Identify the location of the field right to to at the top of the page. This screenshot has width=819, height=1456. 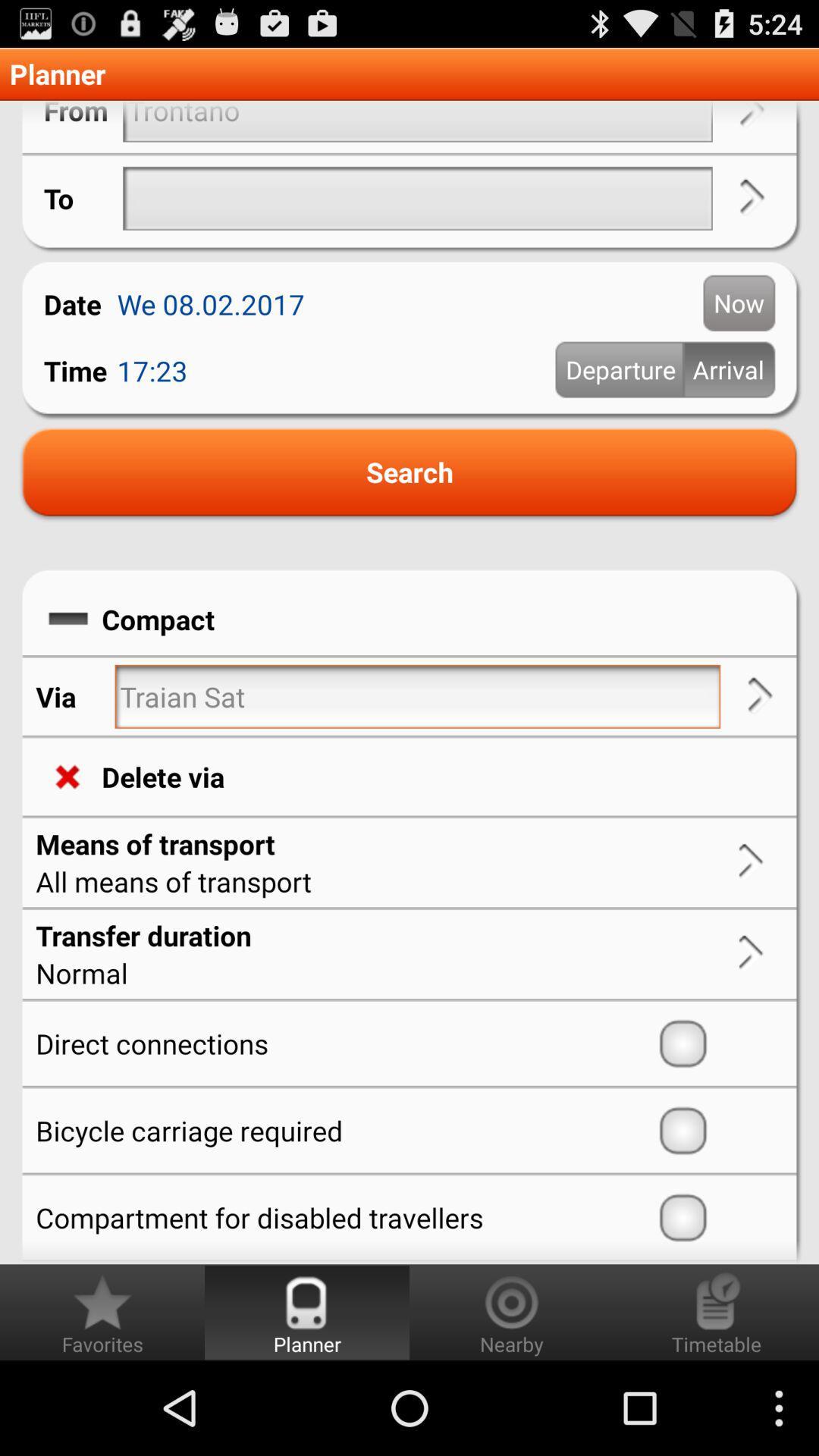
(418, 198).